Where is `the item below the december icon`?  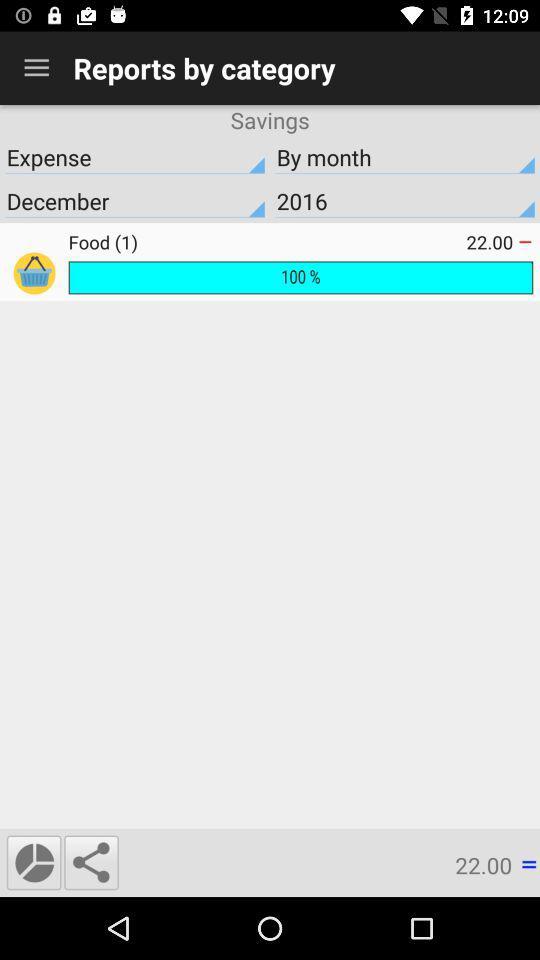
the item below the december icon is located at coordinates (267, 241).